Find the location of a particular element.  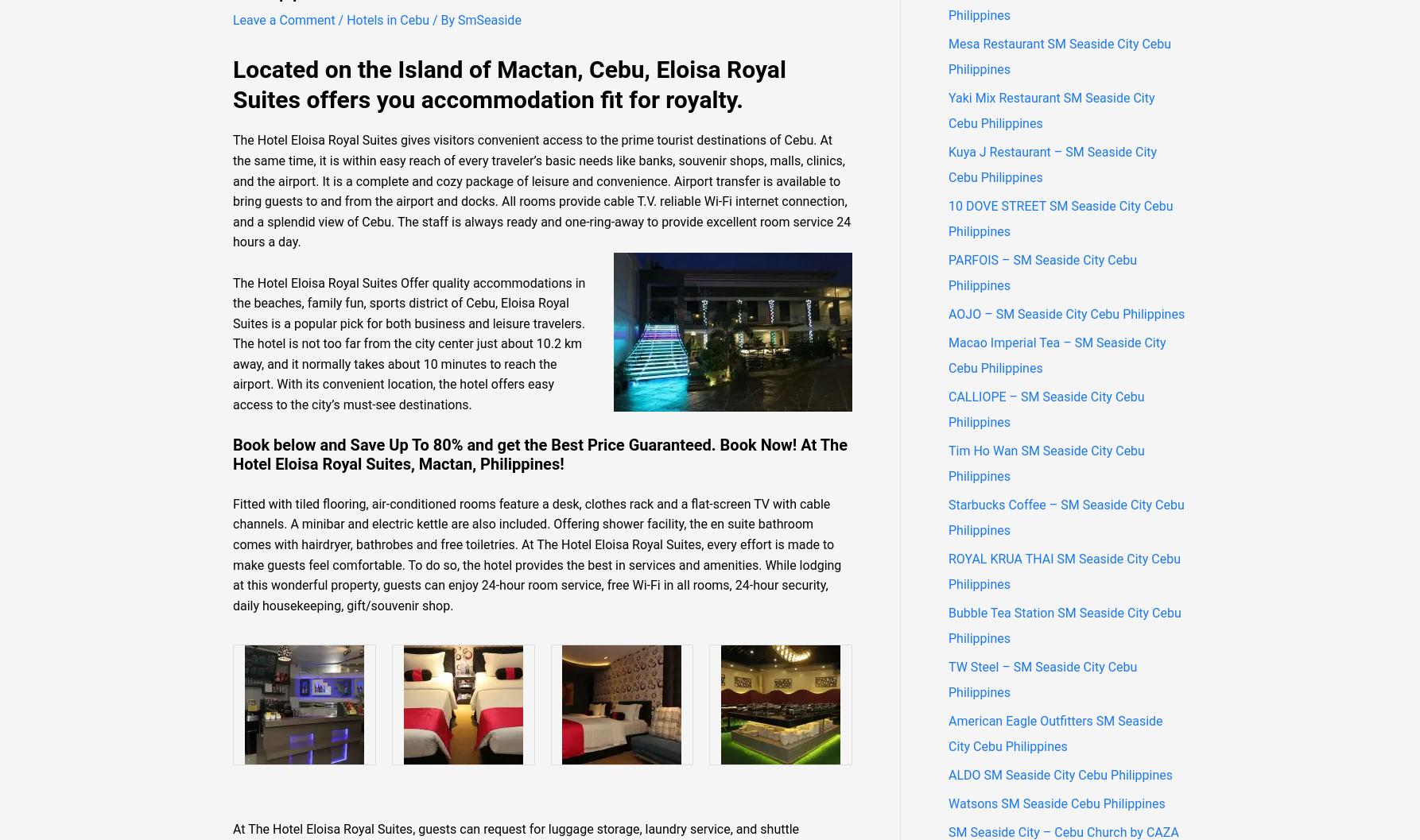

'TW Steel – SM Seaside City Cebu Philippines' is located at coordinates (1042, 678).